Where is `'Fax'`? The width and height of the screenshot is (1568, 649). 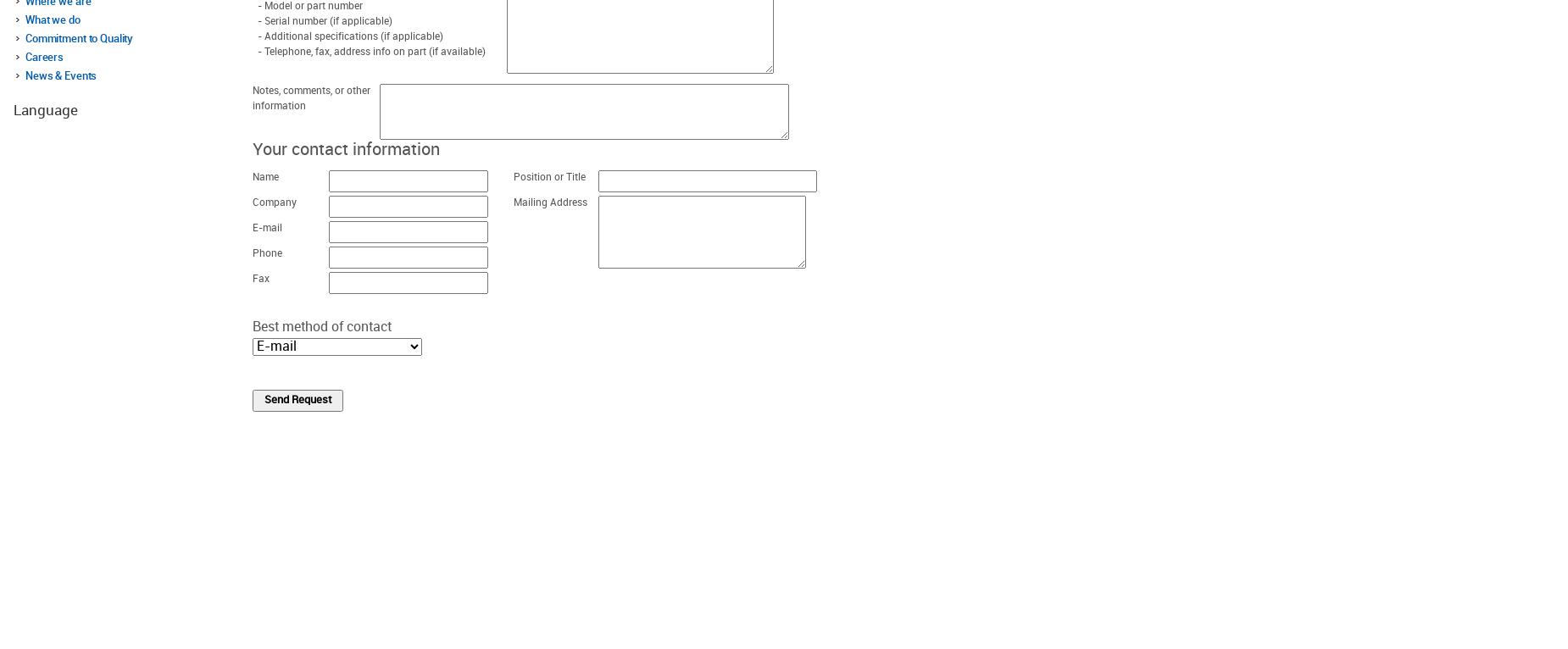
'Fax' is located at coordinates (252, 278).